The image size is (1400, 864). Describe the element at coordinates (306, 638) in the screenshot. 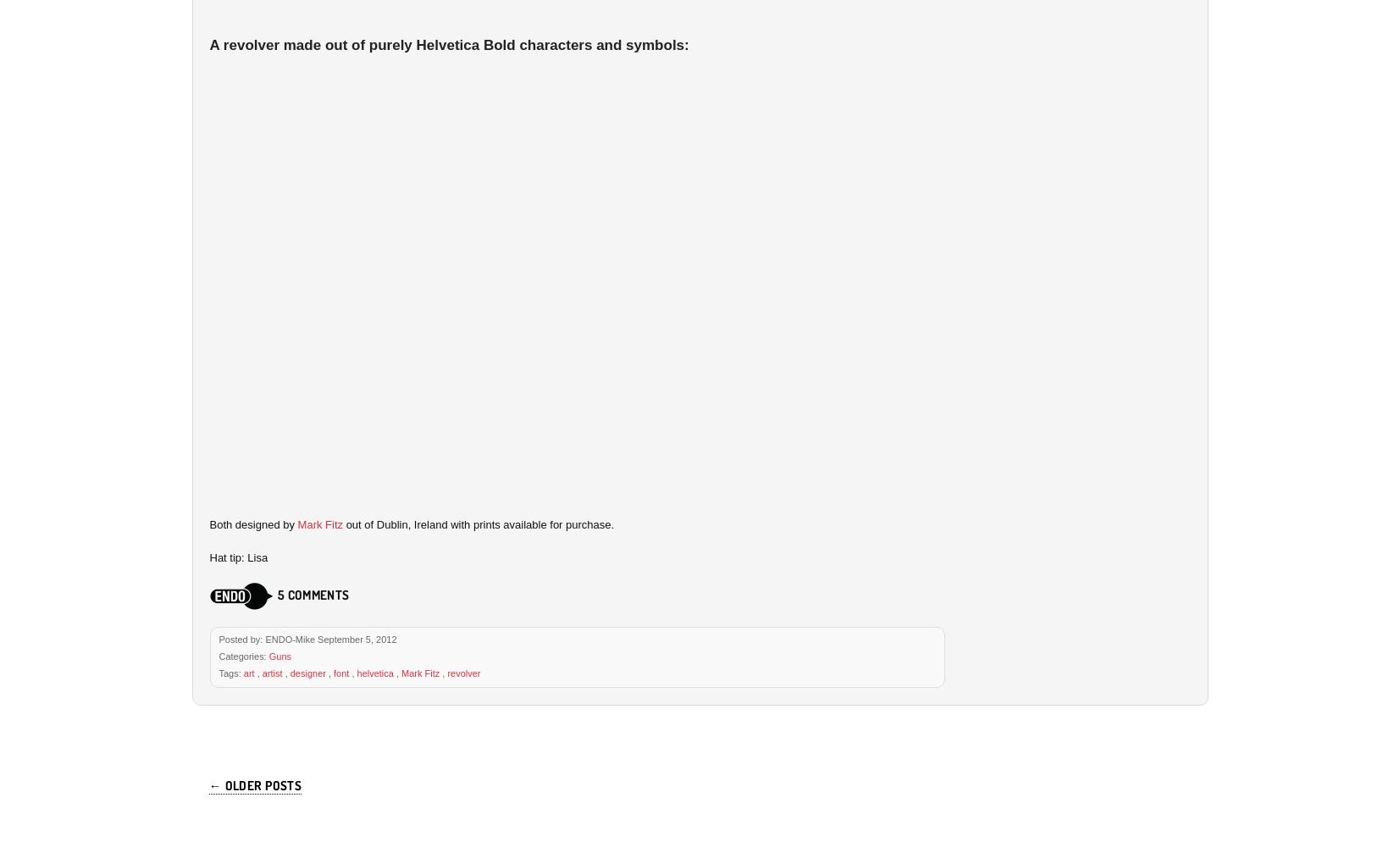

I see `'Posted by: ENDO-Mike September 5, 2012'` at that location.